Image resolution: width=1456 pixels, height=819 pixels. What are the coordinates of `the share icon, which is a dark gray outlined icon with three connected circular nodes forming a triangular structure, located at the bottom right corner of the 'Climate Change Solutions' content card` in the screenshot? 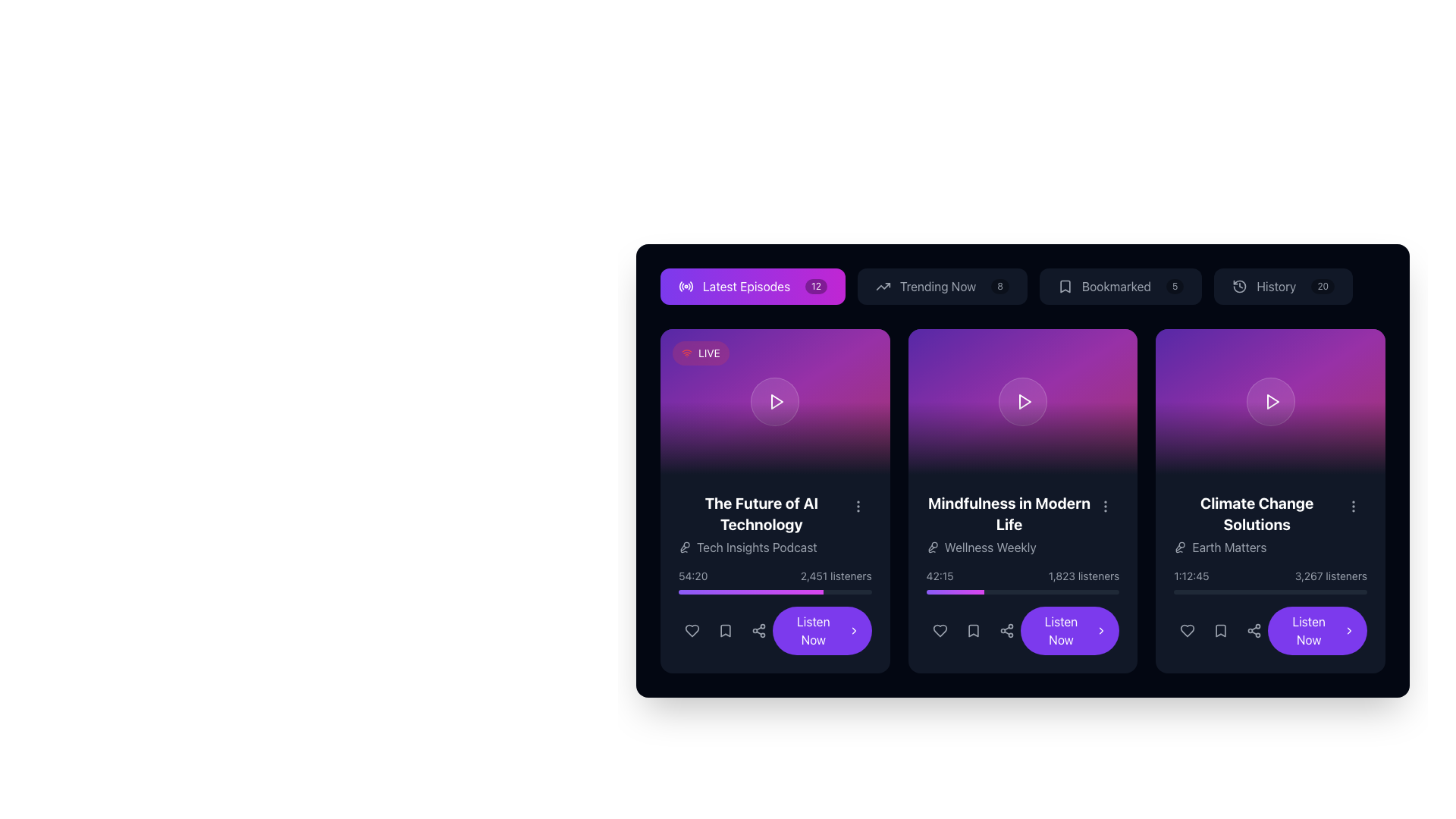 It's located at (1254, 631).